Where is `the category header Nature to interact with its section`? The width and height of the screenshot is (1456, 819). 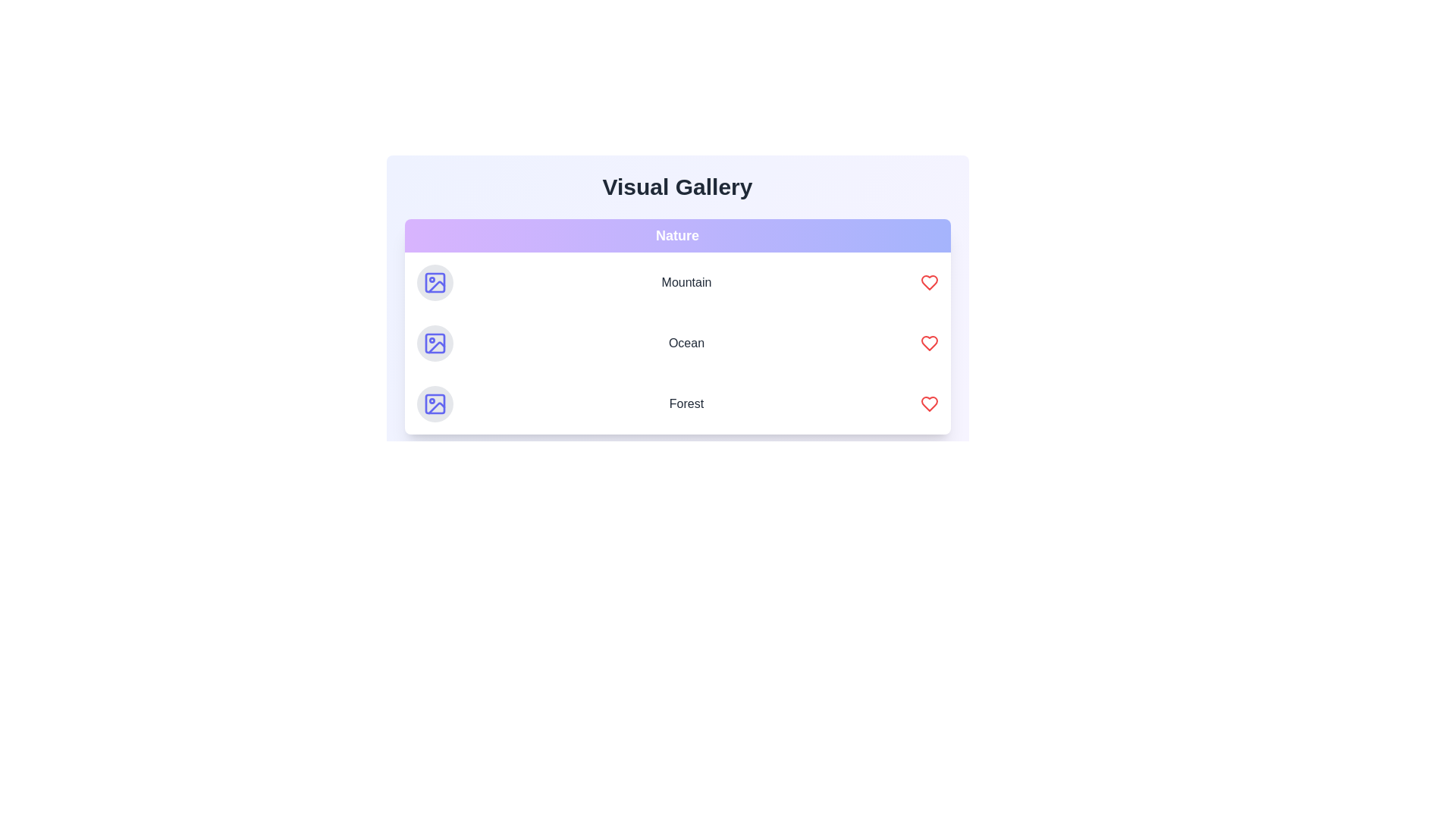 the category header Nature to interact with its section is located at coordinates (676, 236).